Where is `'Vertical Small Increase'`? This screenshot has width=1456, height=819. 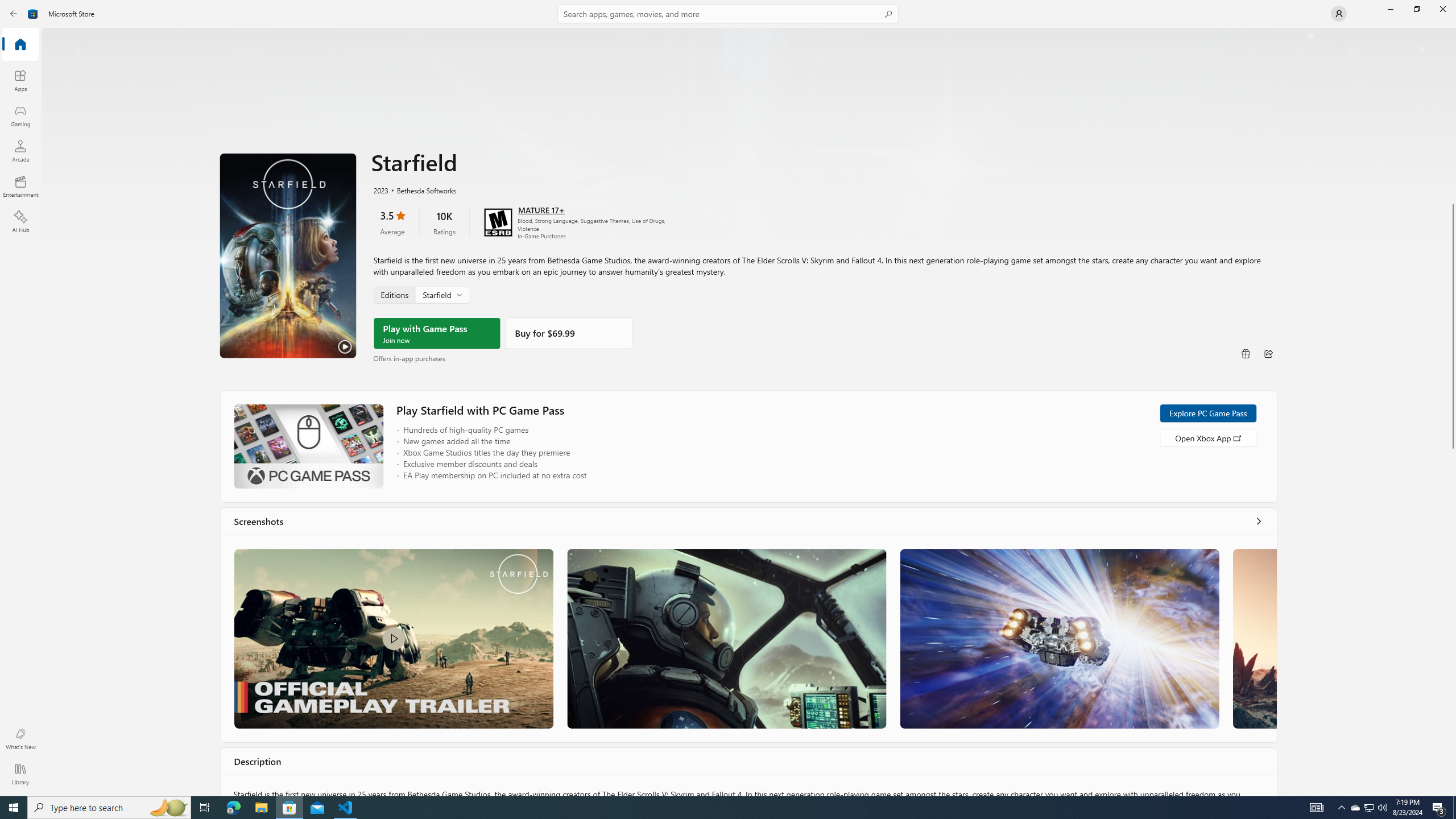 'Vertical Small Increase' is located at coordinates (1451, 792).